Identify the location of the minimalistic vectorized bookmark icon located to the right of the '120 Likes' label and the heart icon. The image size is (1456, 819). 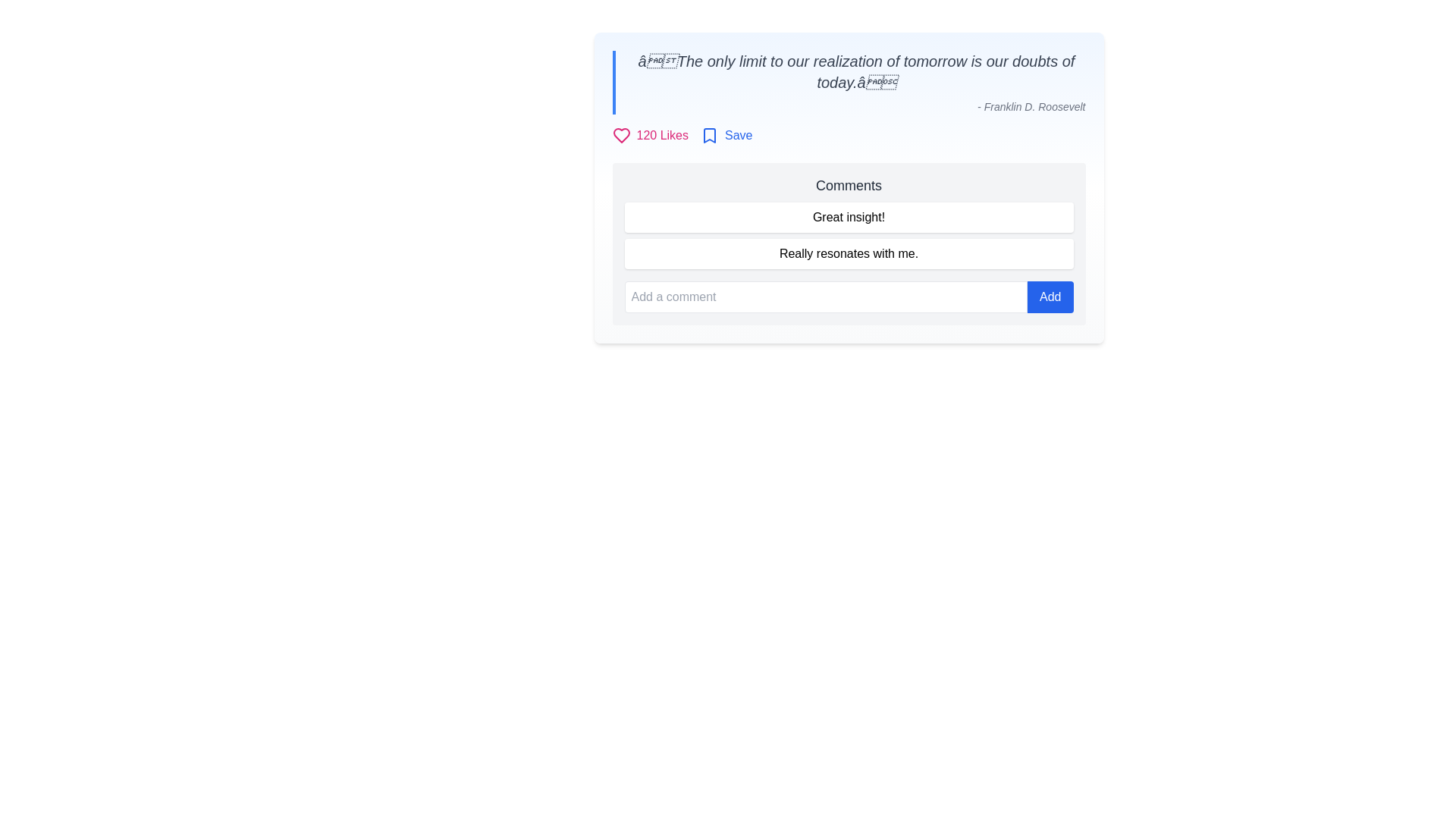
(709, 134).